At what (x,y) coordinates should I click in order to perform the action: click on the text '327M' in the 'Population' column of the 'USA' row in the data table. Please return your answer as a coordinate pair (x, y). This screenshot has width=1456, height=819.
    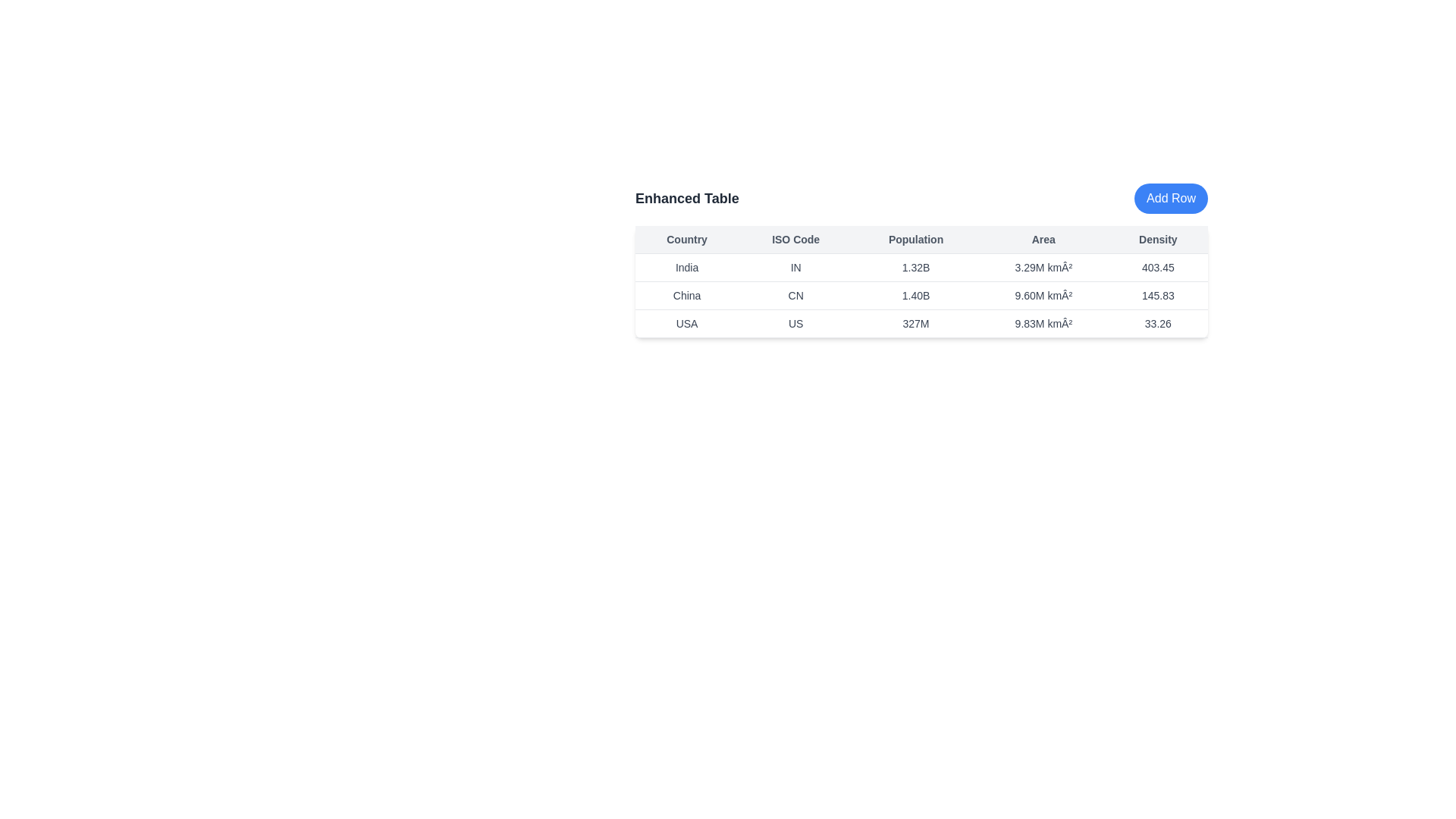
    Looking at the image, I should click on (915, 323).